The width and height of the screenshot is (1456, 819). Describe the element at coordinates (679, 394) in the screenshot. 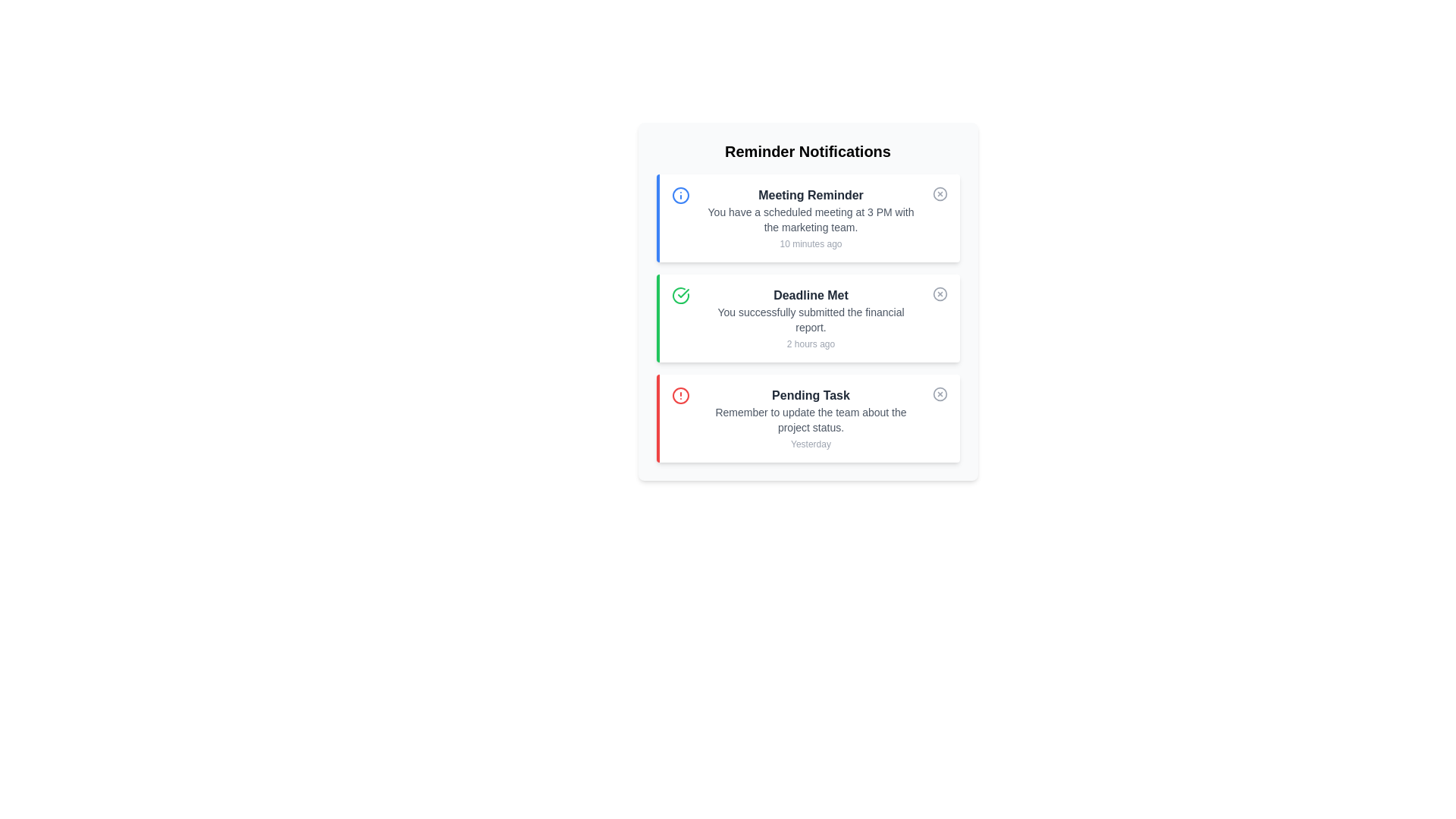

I see `the circular border of the red warning icon indicating a 'Pending Task' notification in the bottom-most card of the notifications list` at that location.